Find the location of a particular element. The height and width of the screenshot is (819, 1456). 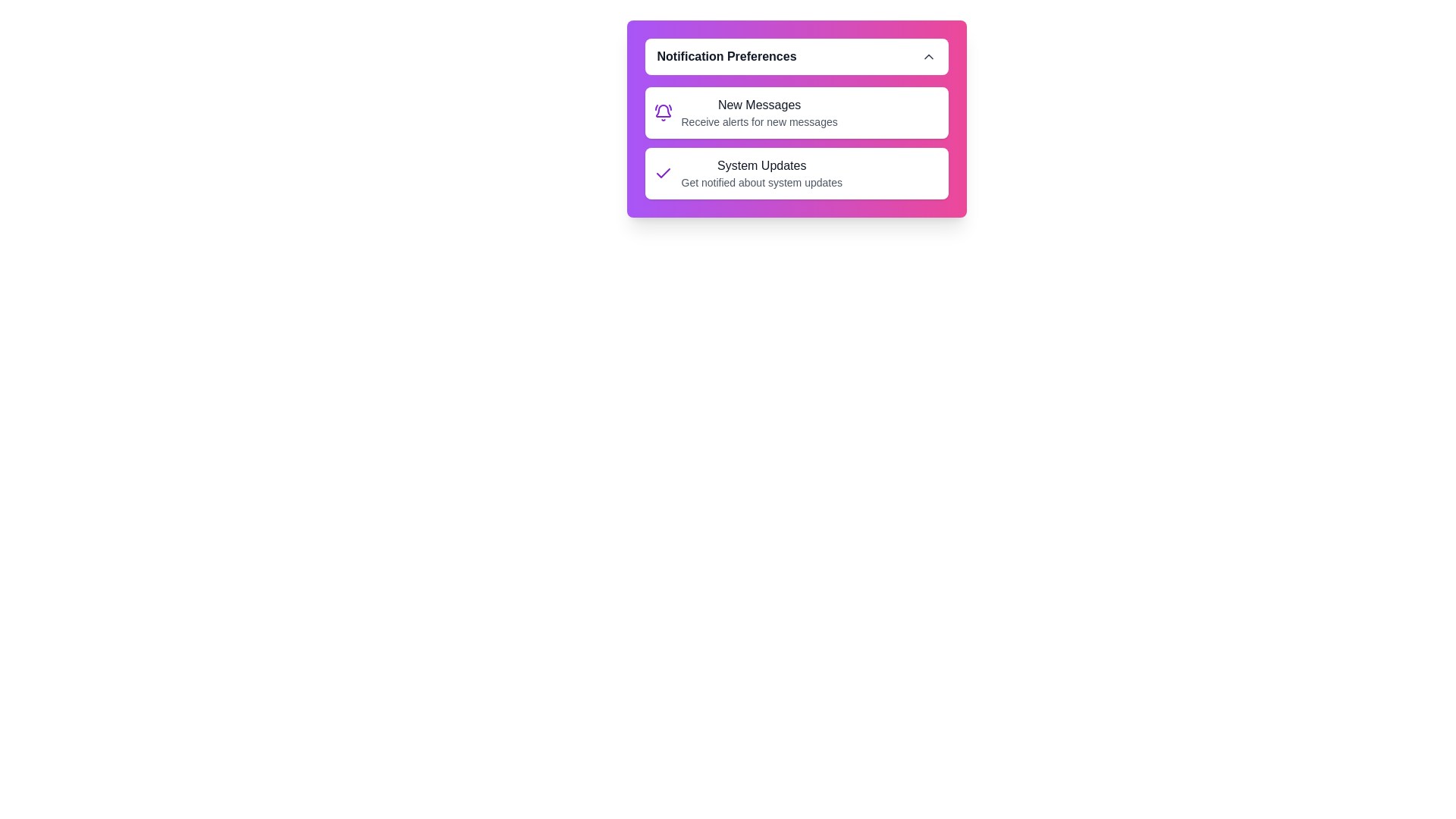

the arrow button to toggle the expanded state of the notification panel is located at coordinates (927, 55).